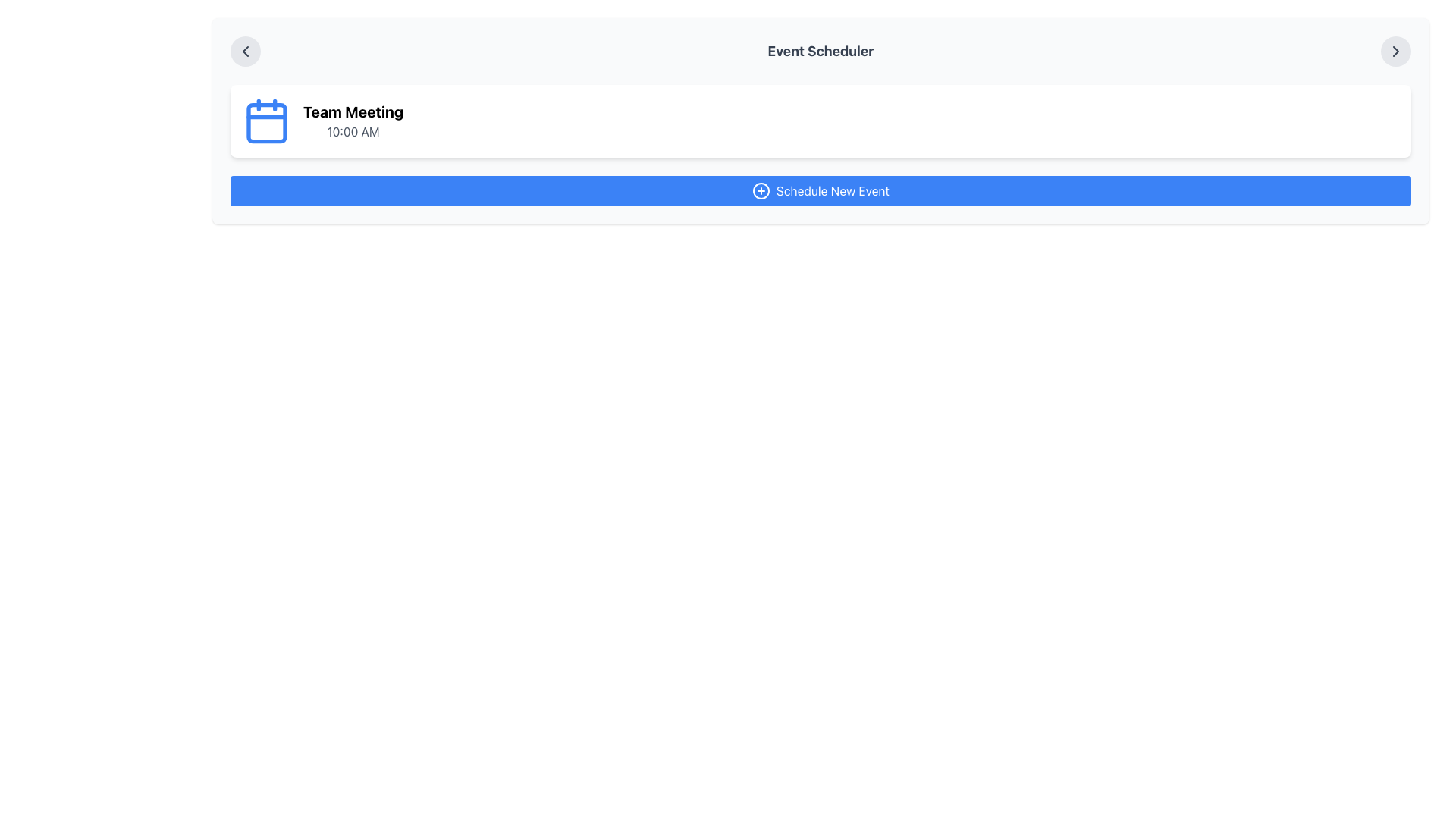 The height and width of the screenshot is (819, 1456). I want to click on the navigation button located to the left of the 'Event Scheduler' title, so click(246, 51).